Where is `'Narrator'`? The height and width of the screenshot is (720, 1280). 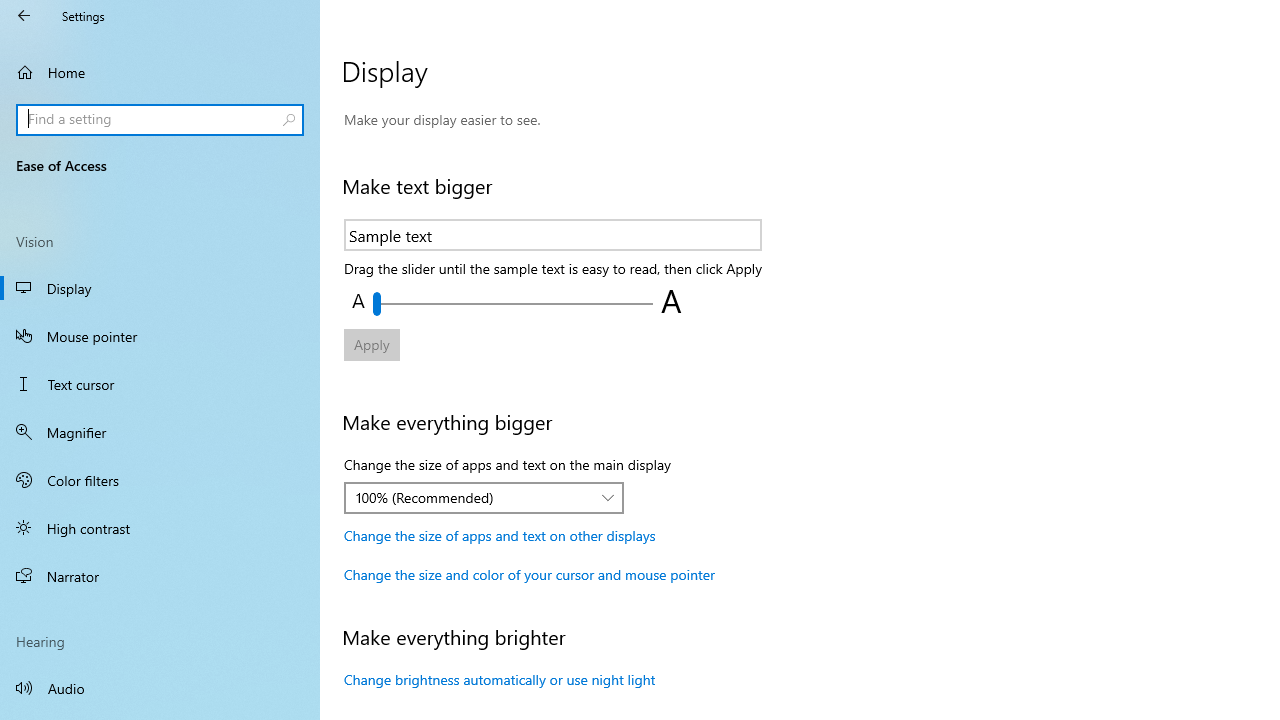 'Narrator' is located at coordinates (160, 576).